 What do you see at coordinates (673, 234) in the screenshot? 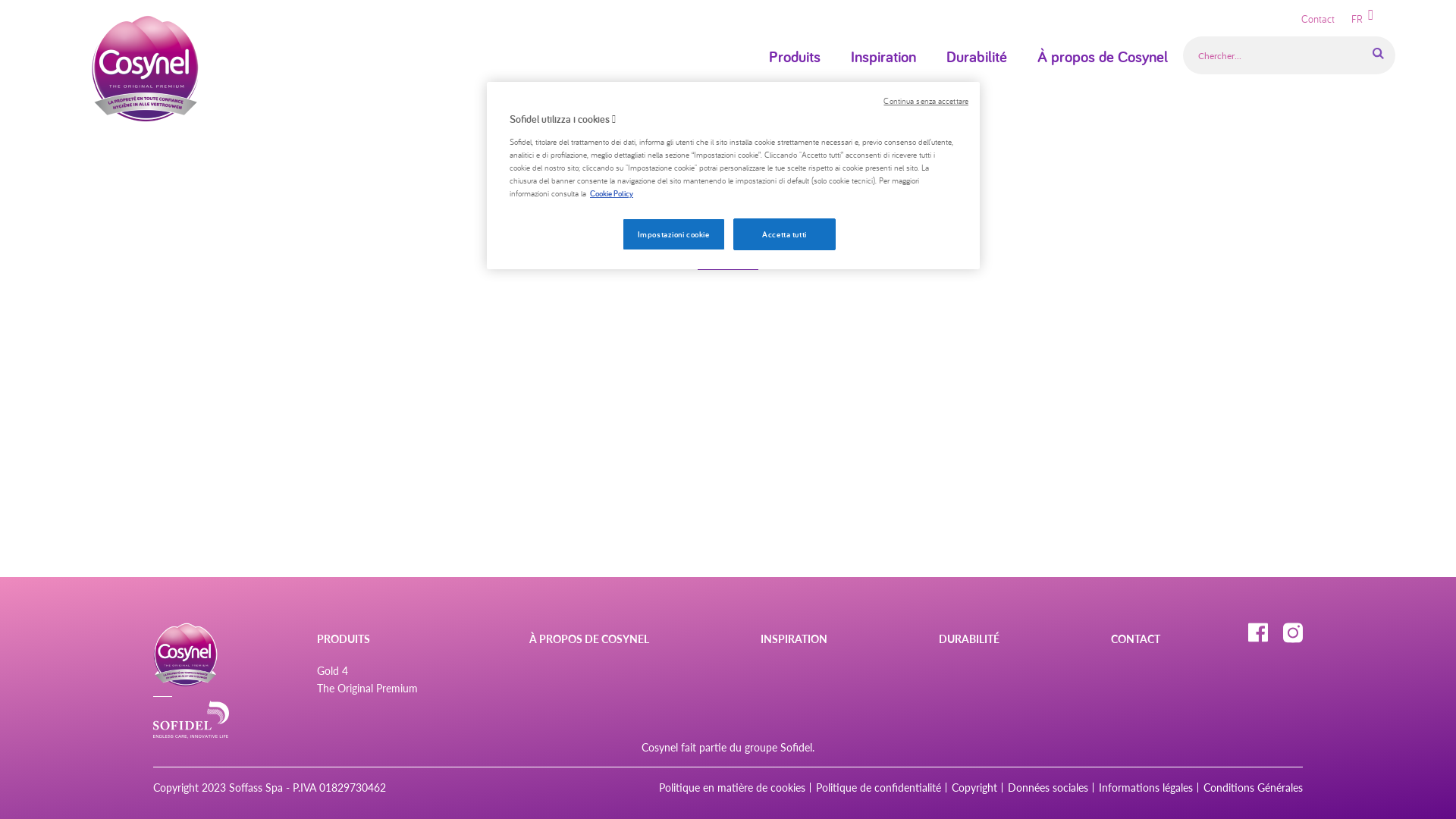
I see `'Impostazioni cookie'` at bounding box center [673, 234].